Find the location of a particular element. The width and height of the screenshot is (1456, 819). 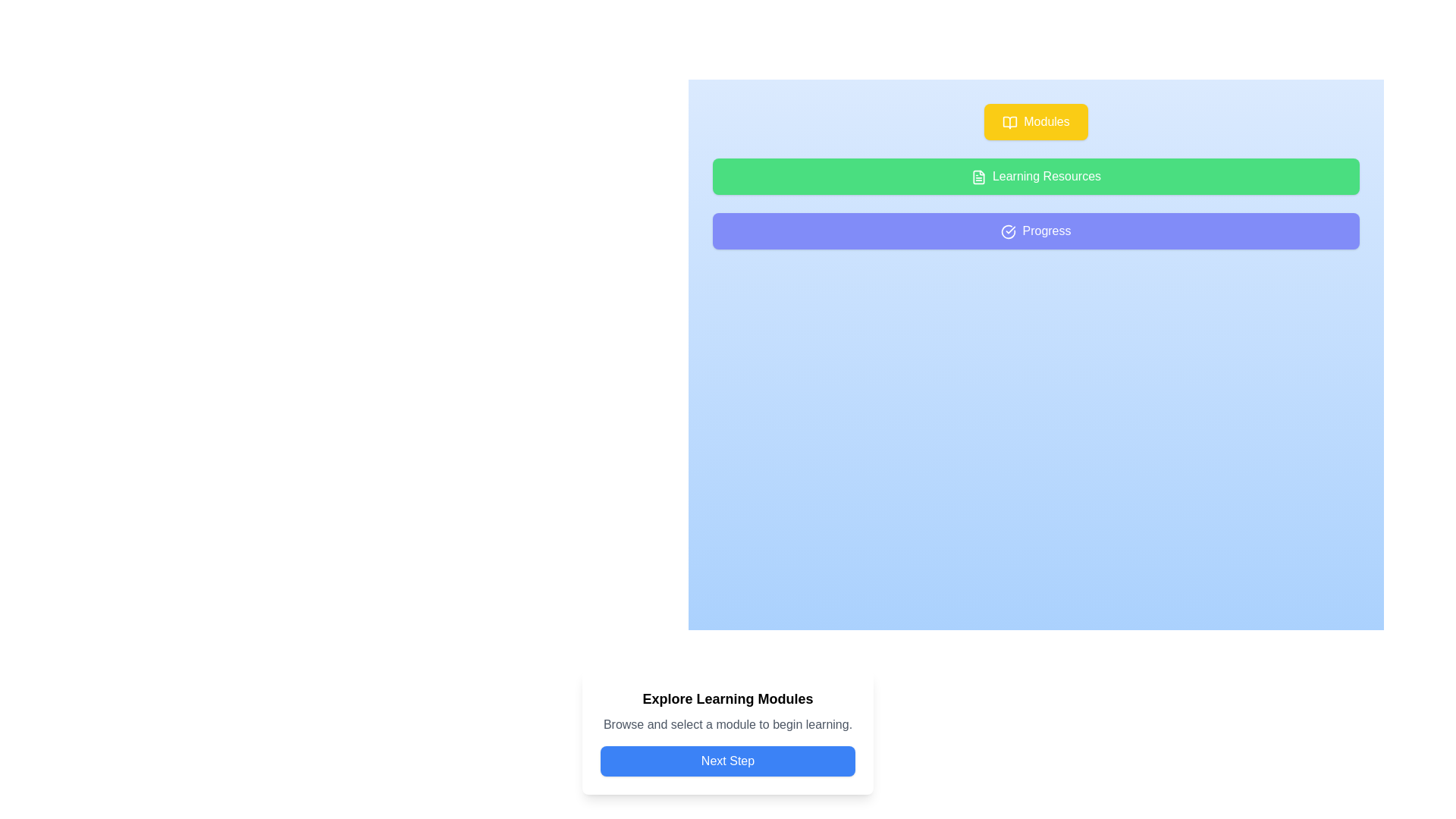

the navigation button located below the yellow 'Modules' button and above the blue 'Progress' button is located at coordinates (1035, 175).